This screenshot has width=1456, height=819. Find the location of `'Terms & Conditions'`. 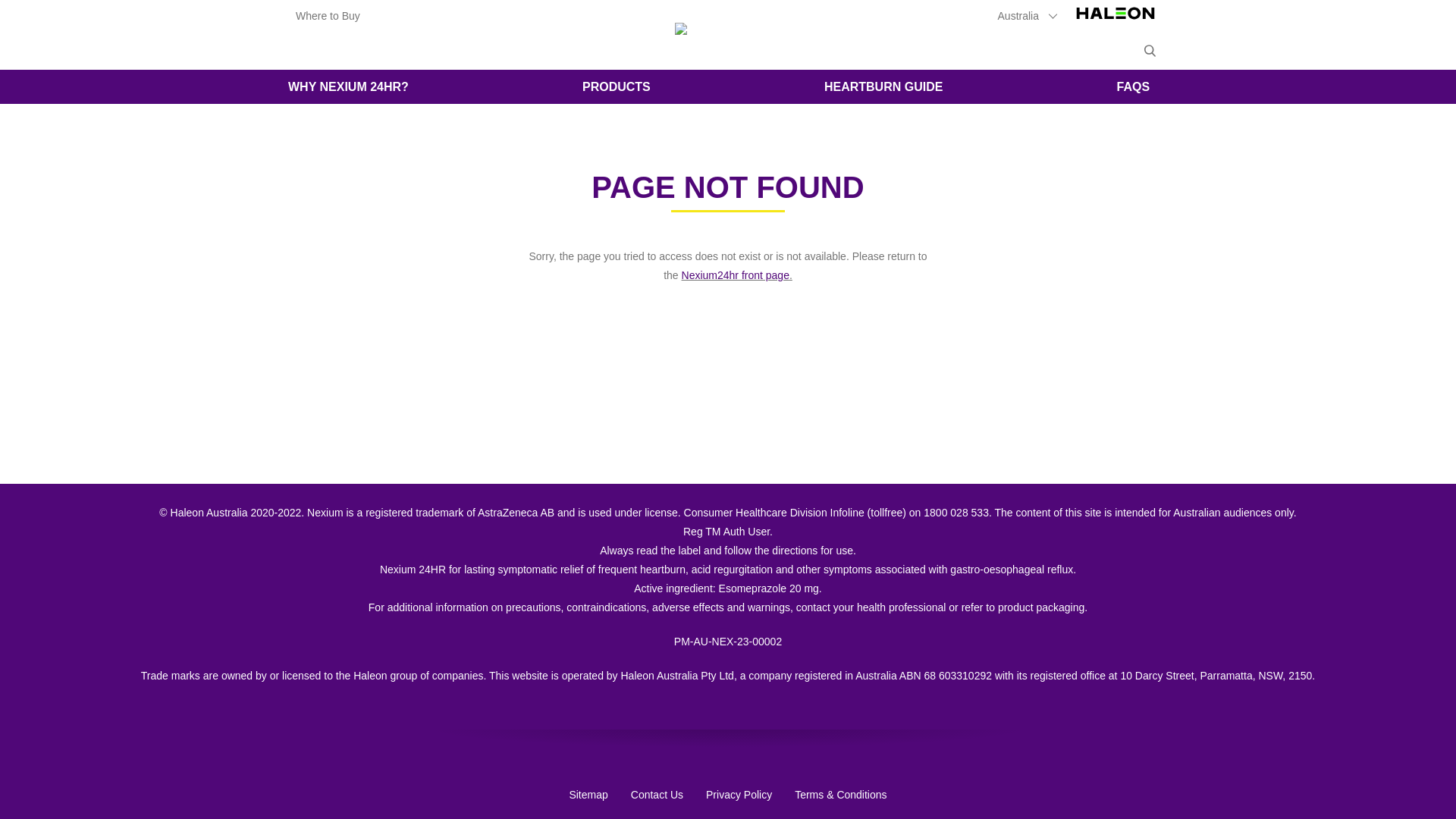

'Terms & Conditions' is located at coordinates (839, 795).